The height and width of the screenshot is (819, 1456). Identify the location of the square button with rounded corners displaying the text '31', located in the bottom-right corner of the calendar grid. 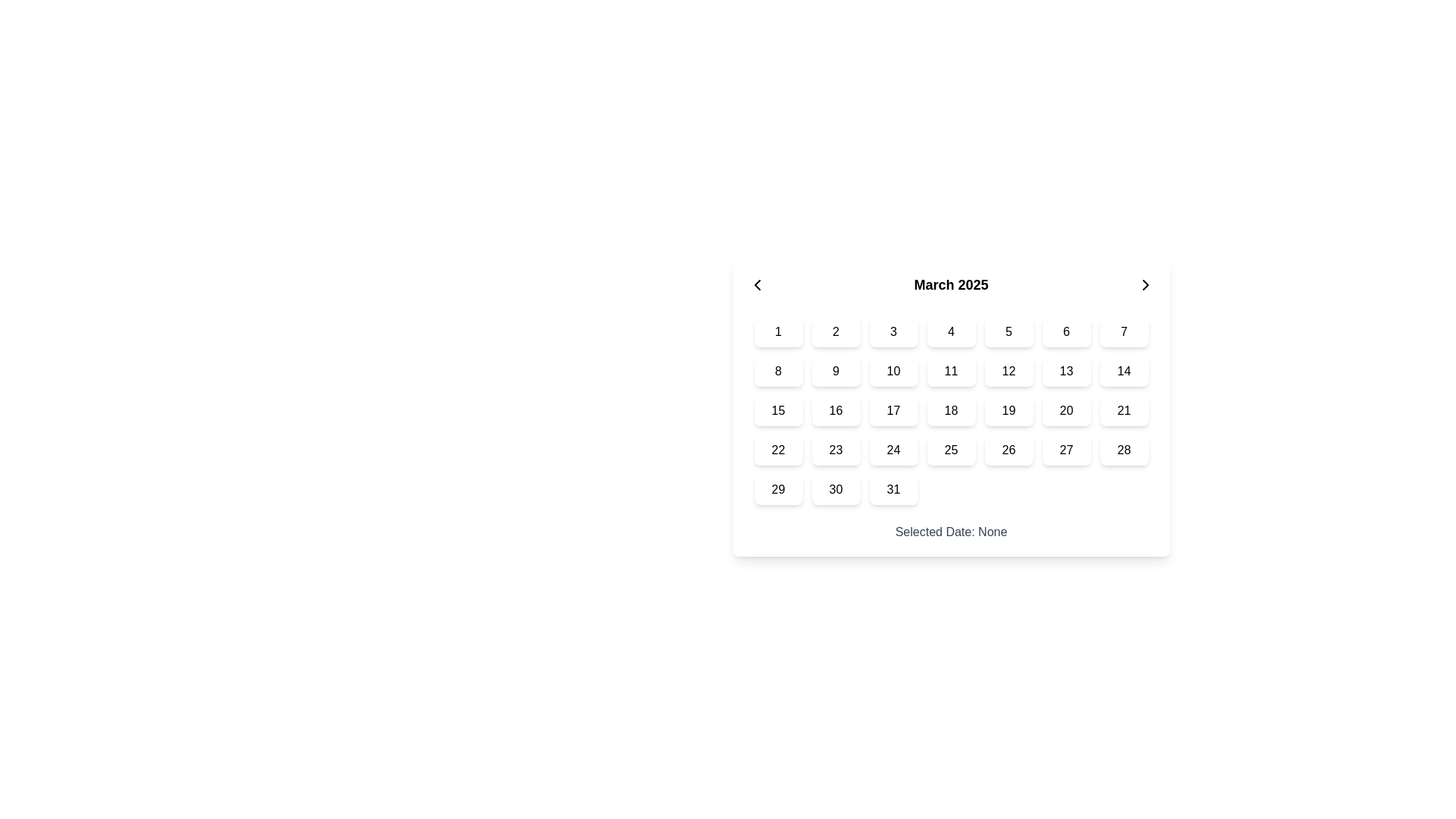
(893, 489).